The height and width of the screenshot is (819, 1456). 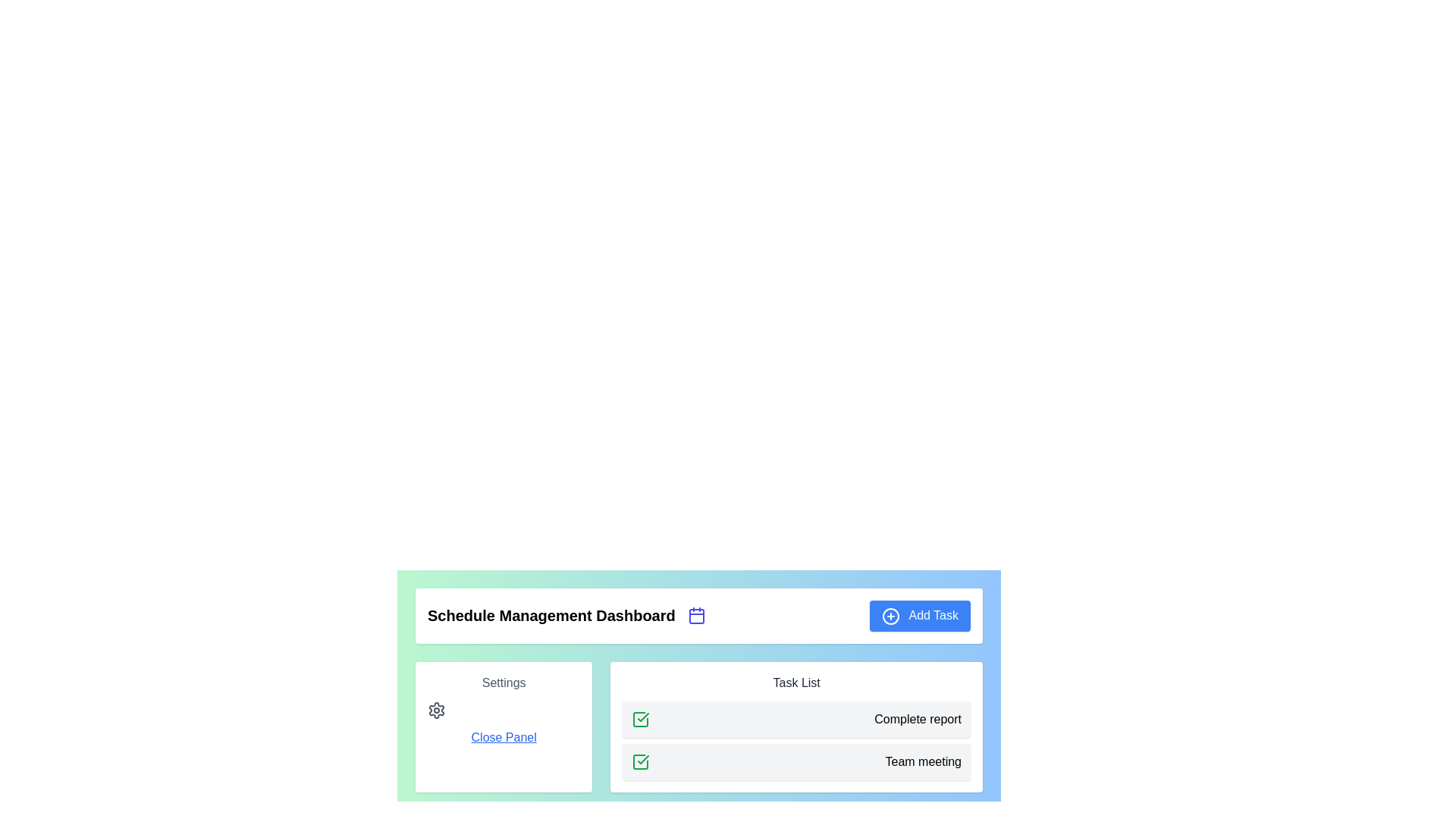 I want to click on the static text element displaying 'Schedule Management Dashboard', which is centrally located in the header section of the interface, so click(x=551, y=616).